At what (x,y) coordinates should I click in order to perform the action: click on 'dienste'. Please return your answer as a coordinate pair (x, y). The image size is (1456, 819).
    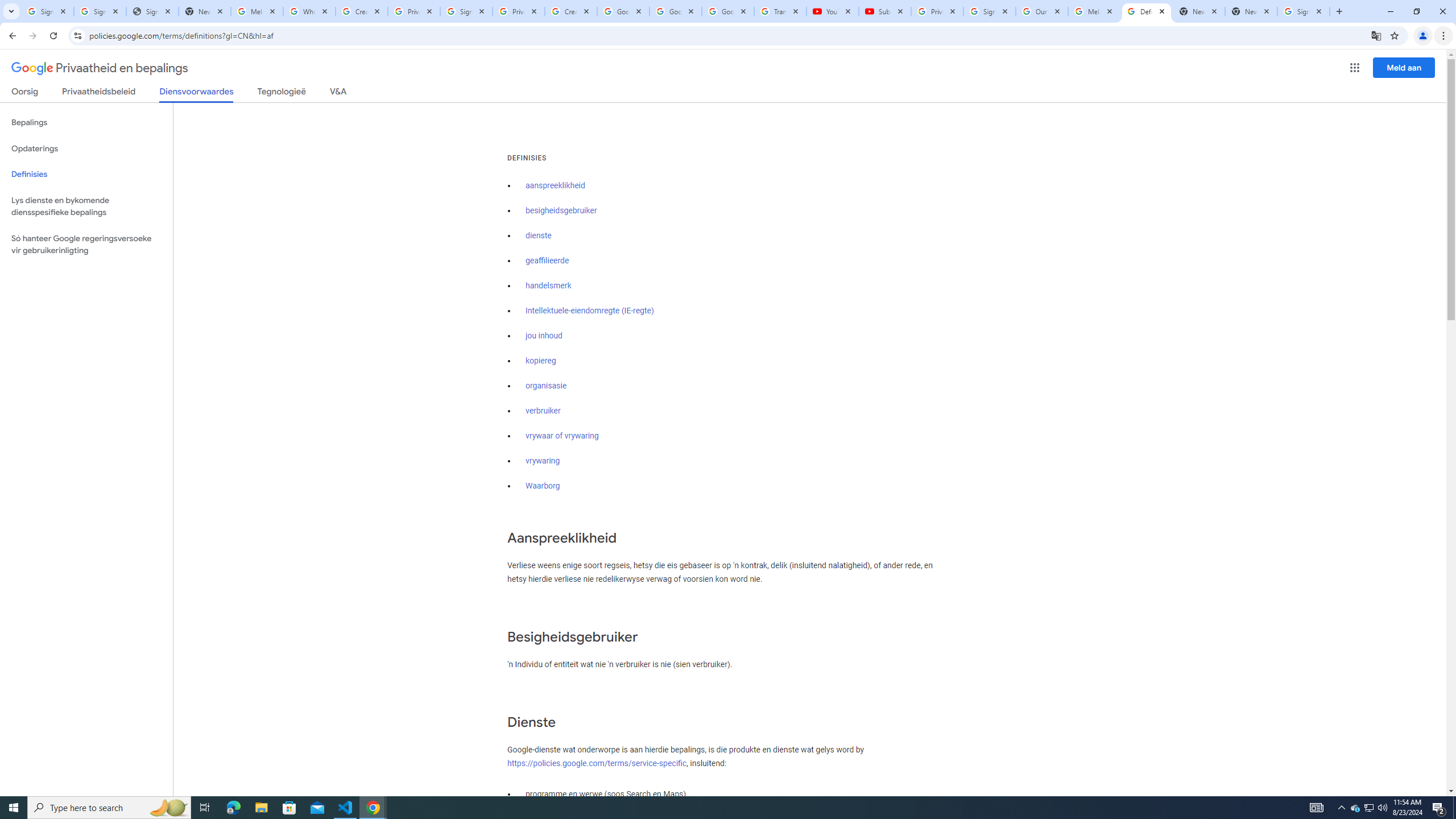
    Looking at the image, I should click on (538, 235).